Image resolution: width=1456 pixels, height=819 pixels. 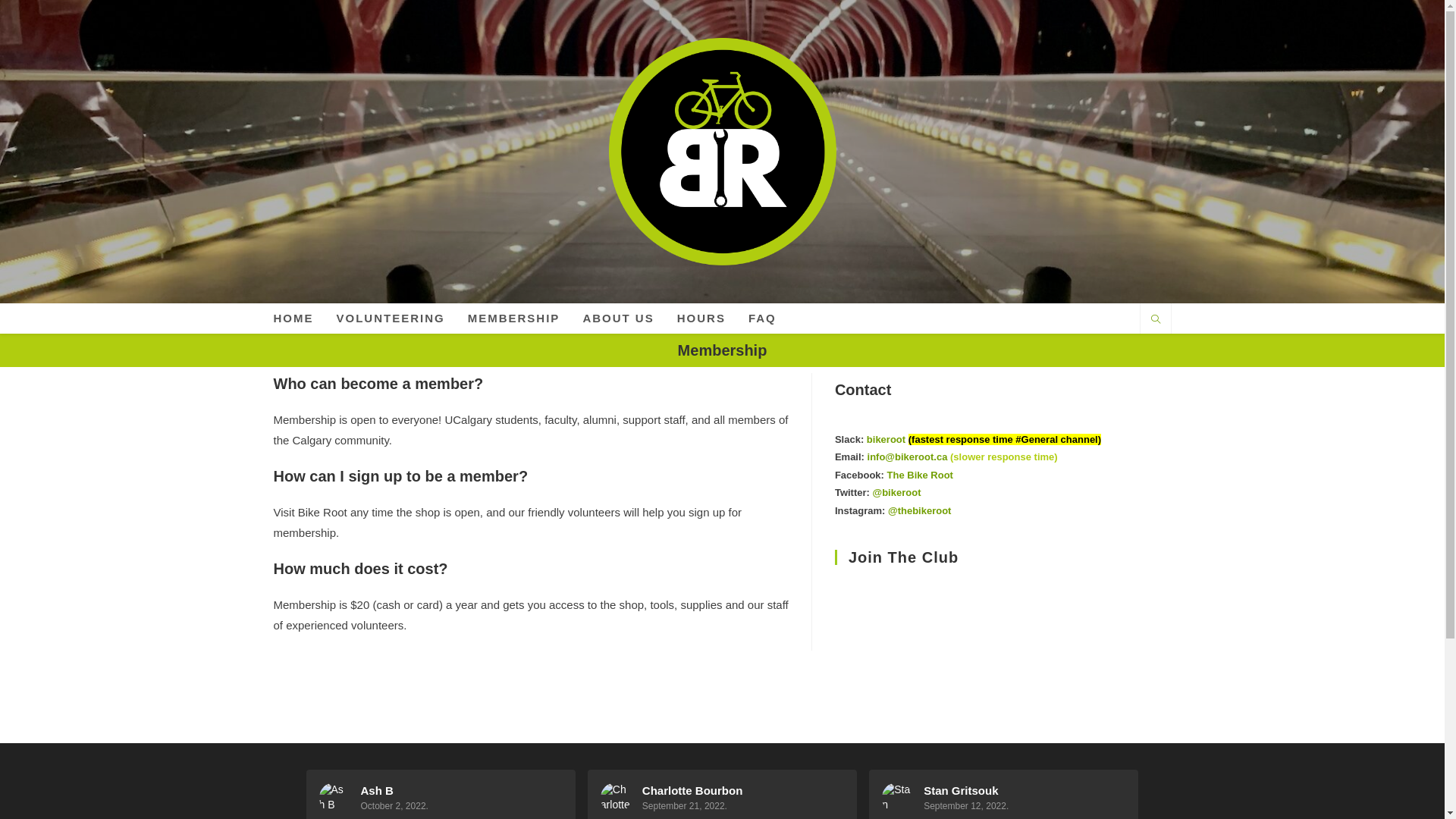 What do you see at coordinates (293, 318) in the screenshot?
I see `'HOME'` at bounding box center [293, 318].